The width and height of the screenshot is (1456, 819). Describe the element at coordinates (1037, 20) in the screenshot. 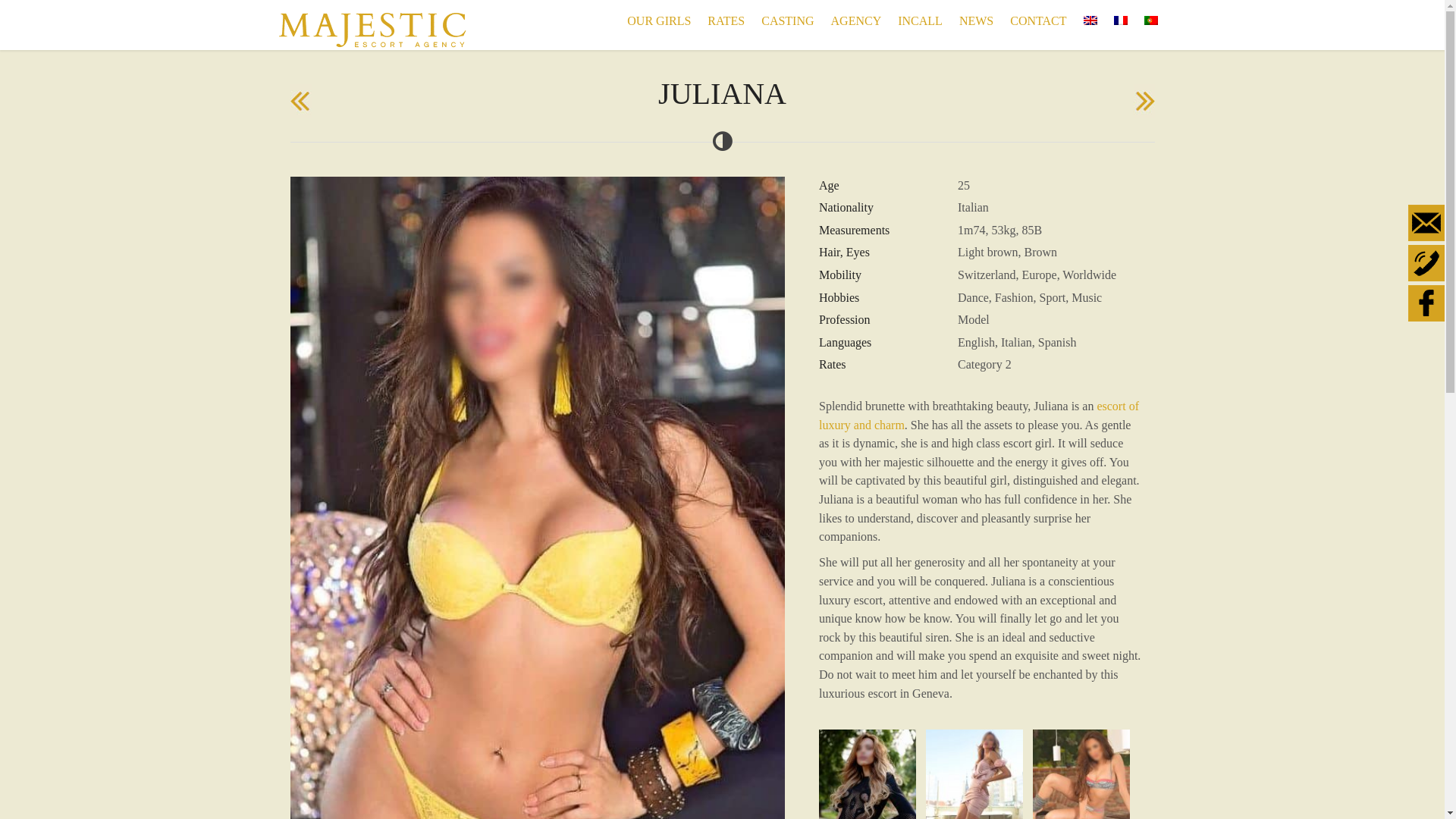

I see `'CONTACT'` at that location.